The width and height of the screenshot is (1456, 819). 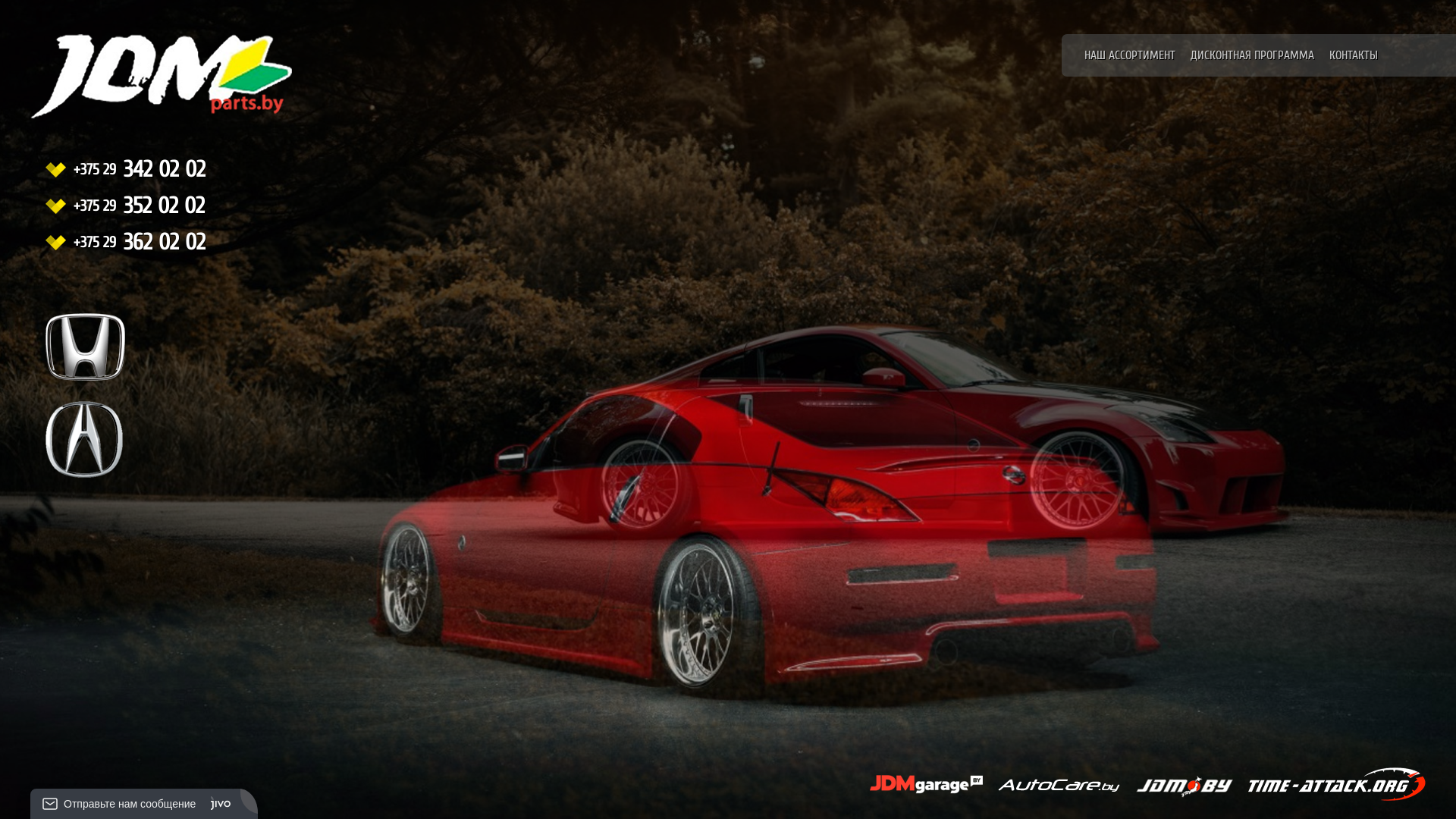 What do you see at coordinates (132, 92) in the screenshot?
I see `'JDMParts.by'` at bounding box center [132, 92].